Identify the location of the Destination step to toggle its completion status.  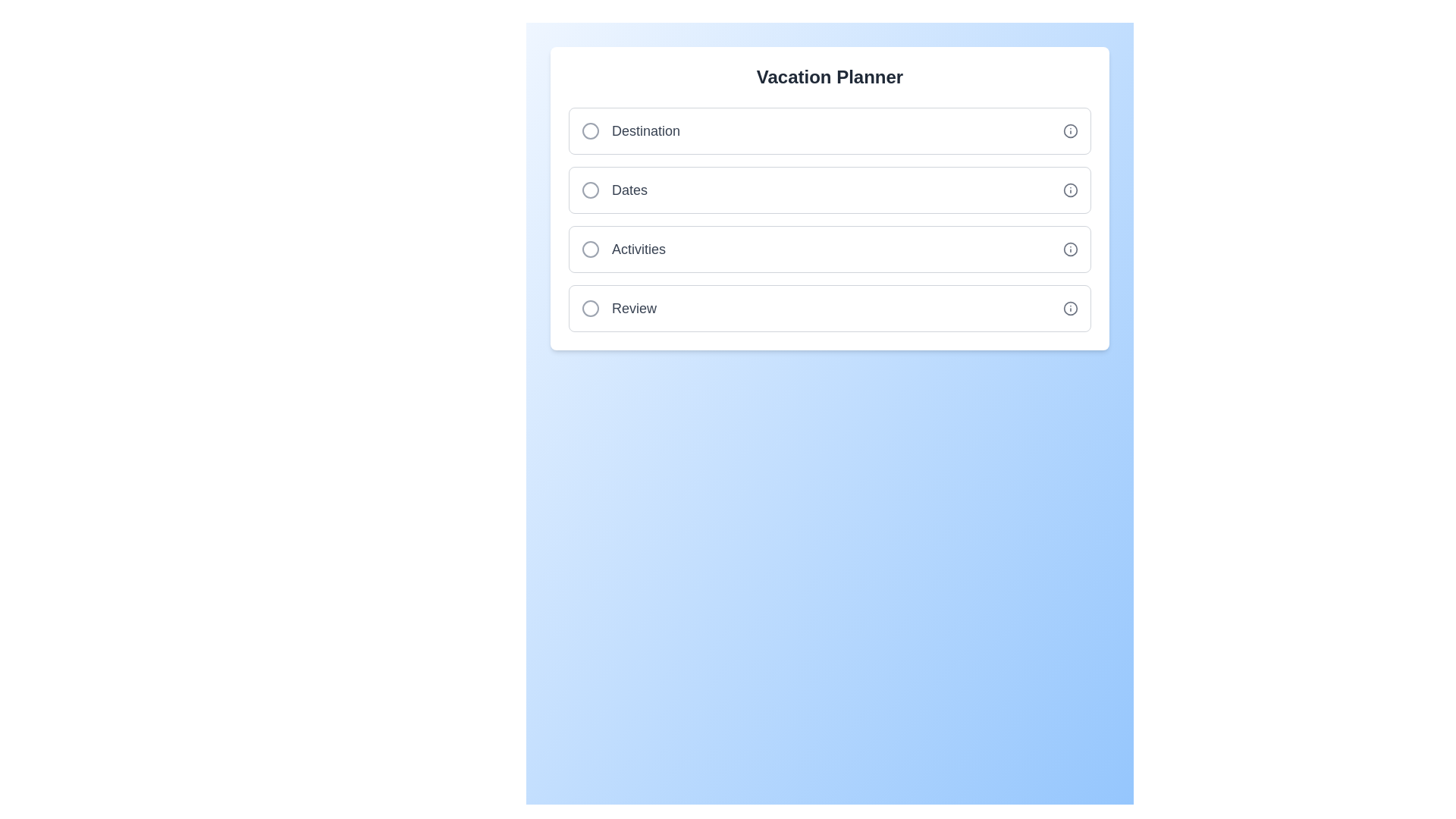
(829, 130).